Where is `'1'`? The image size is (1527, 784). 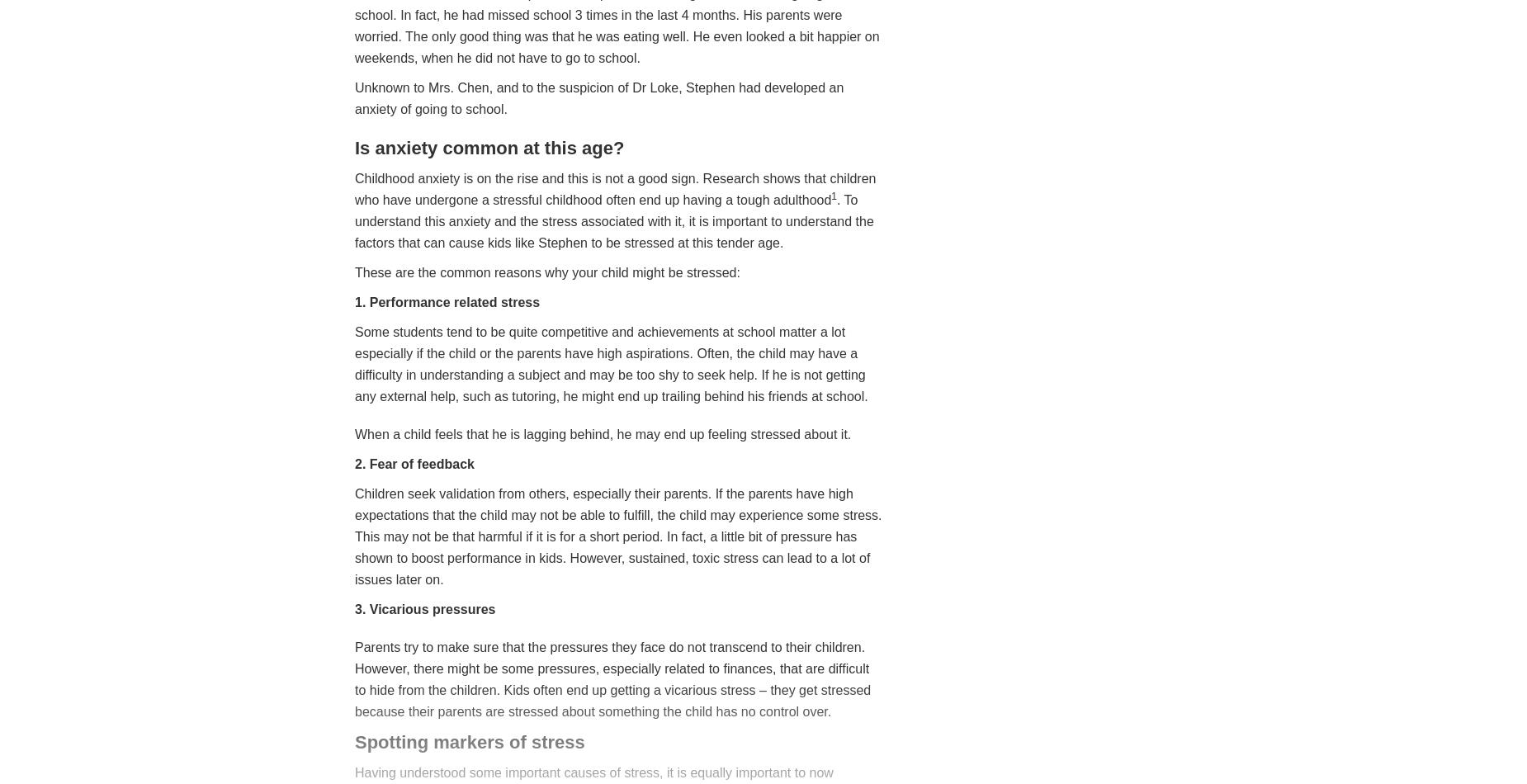
'1' is located at coordinates (833, 196).